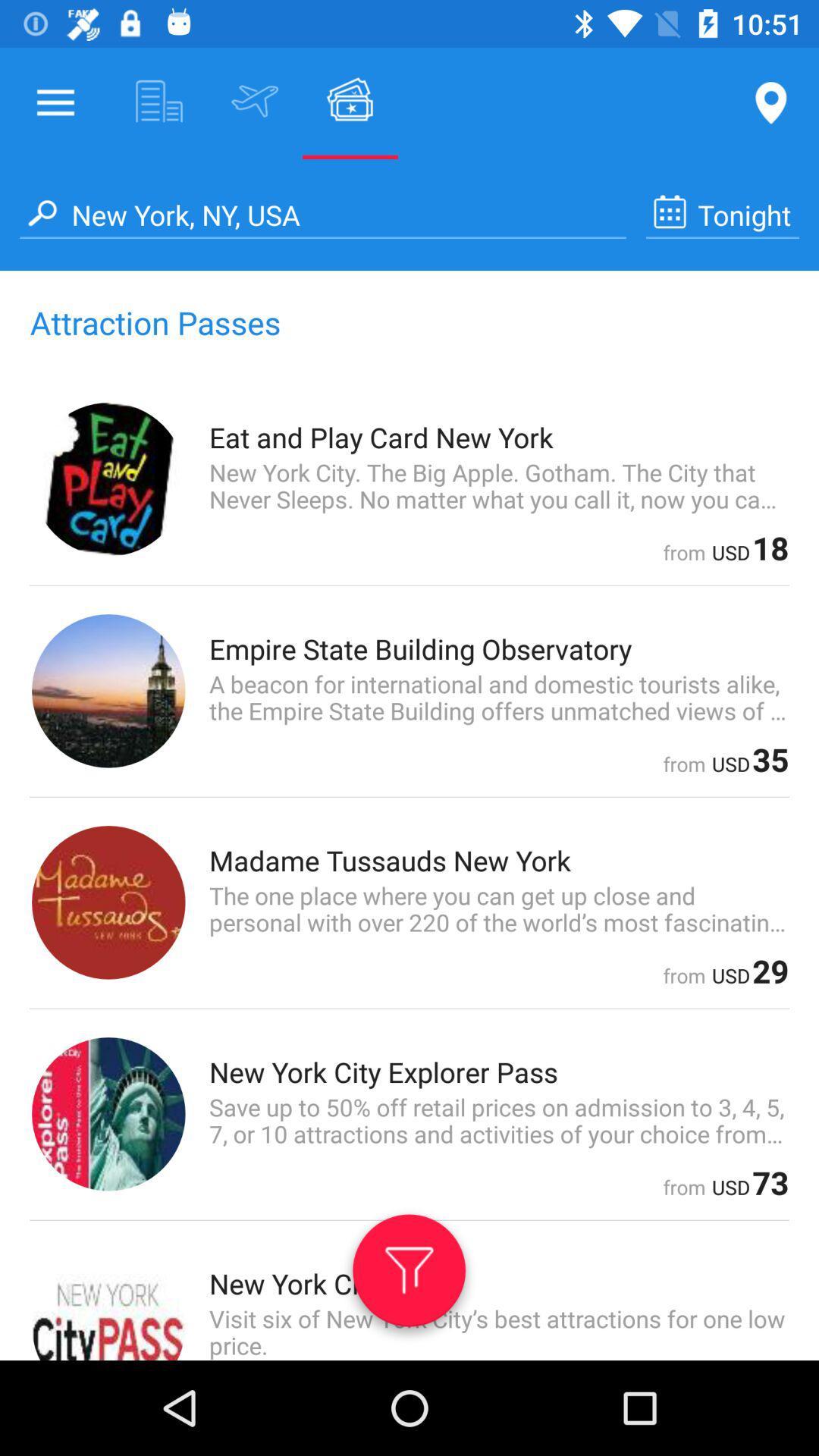 The height and width of the screenshot is (1456, 819). I want to click on the filter icon, so click(408, 1276).